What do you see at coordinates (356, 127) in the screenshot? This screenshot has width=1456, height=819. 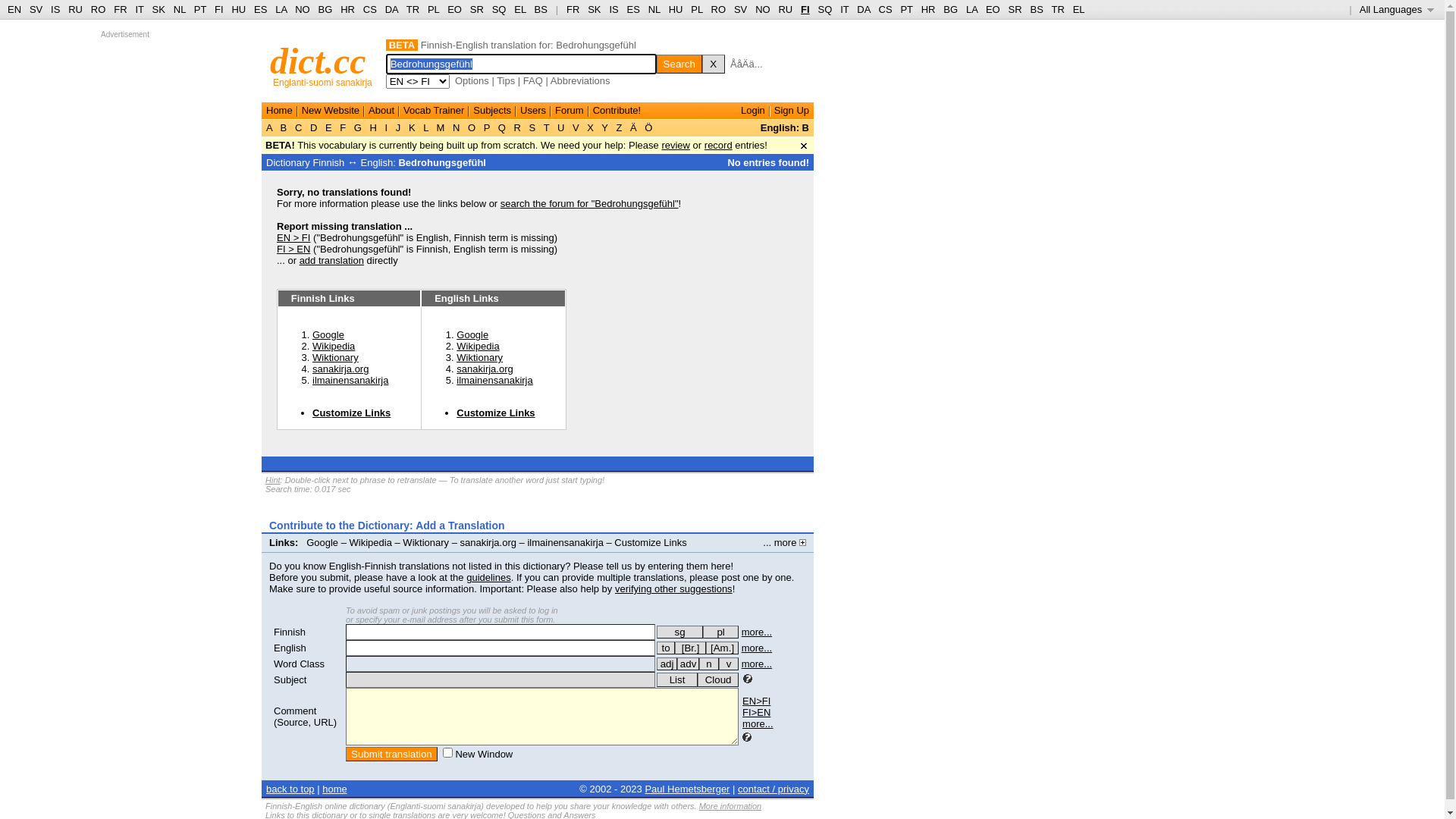 I see `'G'` at bounding box center [356, 127].